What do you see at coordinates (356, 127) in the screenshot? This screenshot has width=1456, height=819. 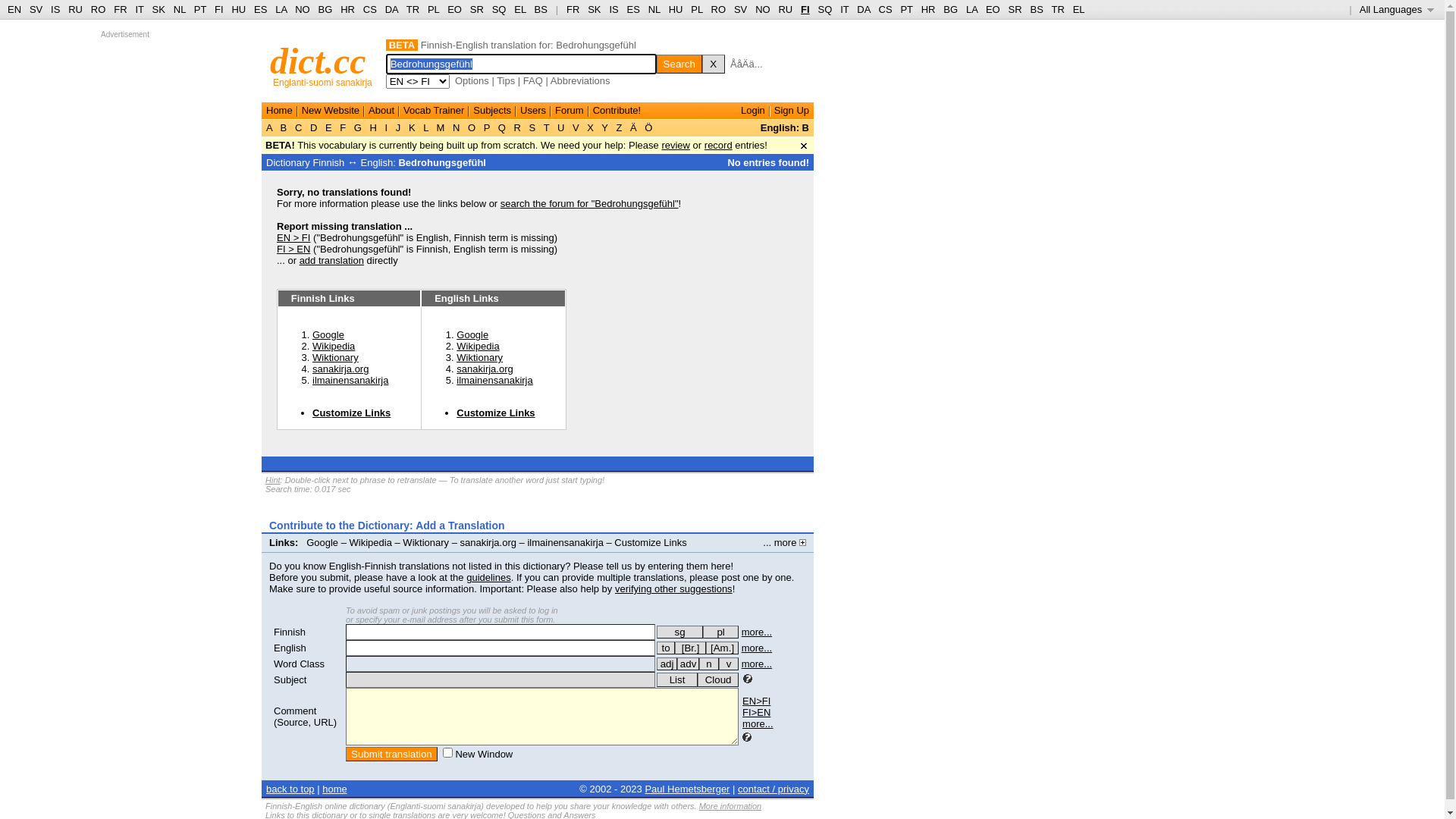 I see `'G'` at bounding box center [356, 127].